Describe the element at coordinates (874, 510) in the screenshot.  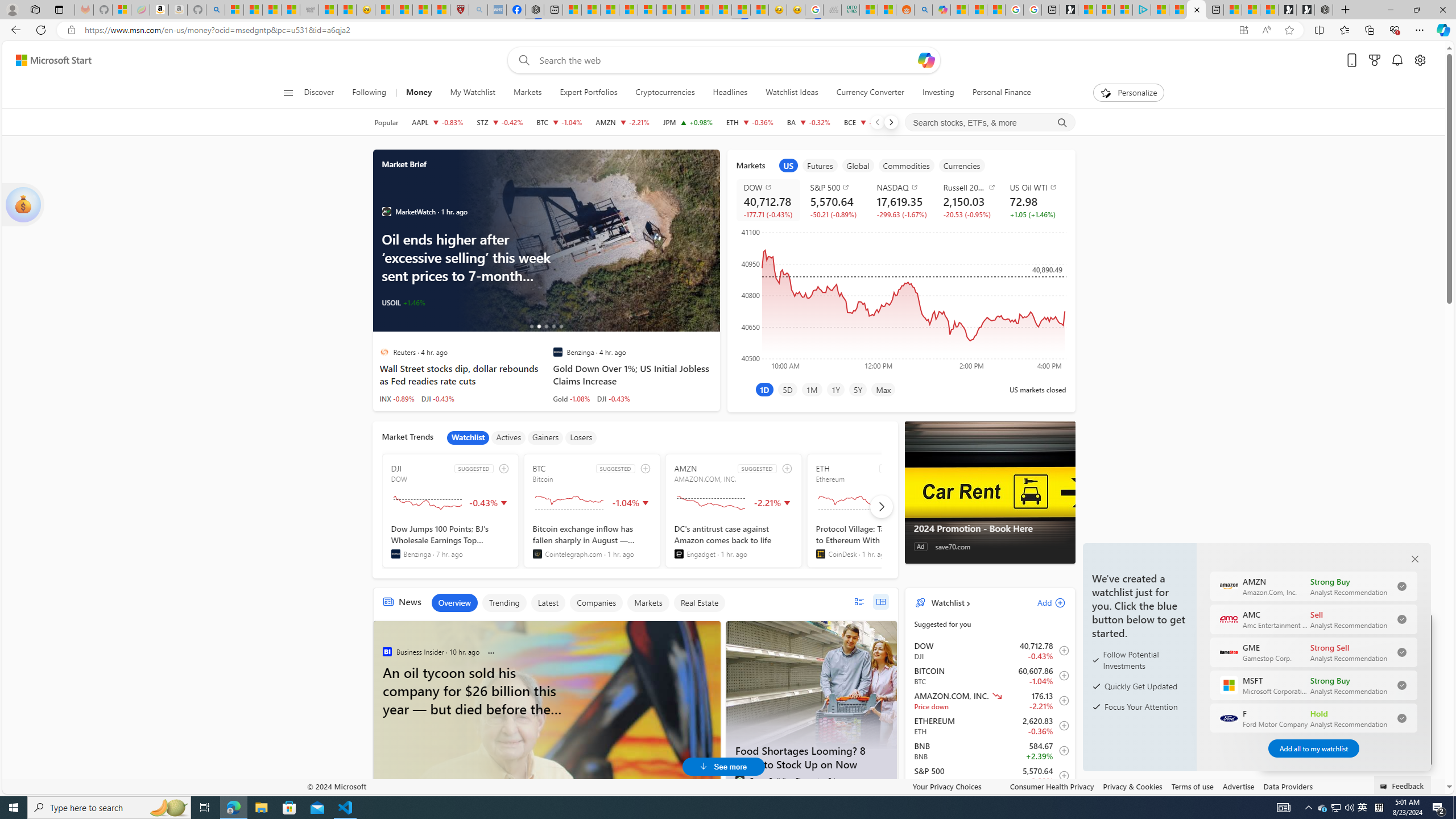
I see `'ETH SUGGESTED Ethereum'` at that location.